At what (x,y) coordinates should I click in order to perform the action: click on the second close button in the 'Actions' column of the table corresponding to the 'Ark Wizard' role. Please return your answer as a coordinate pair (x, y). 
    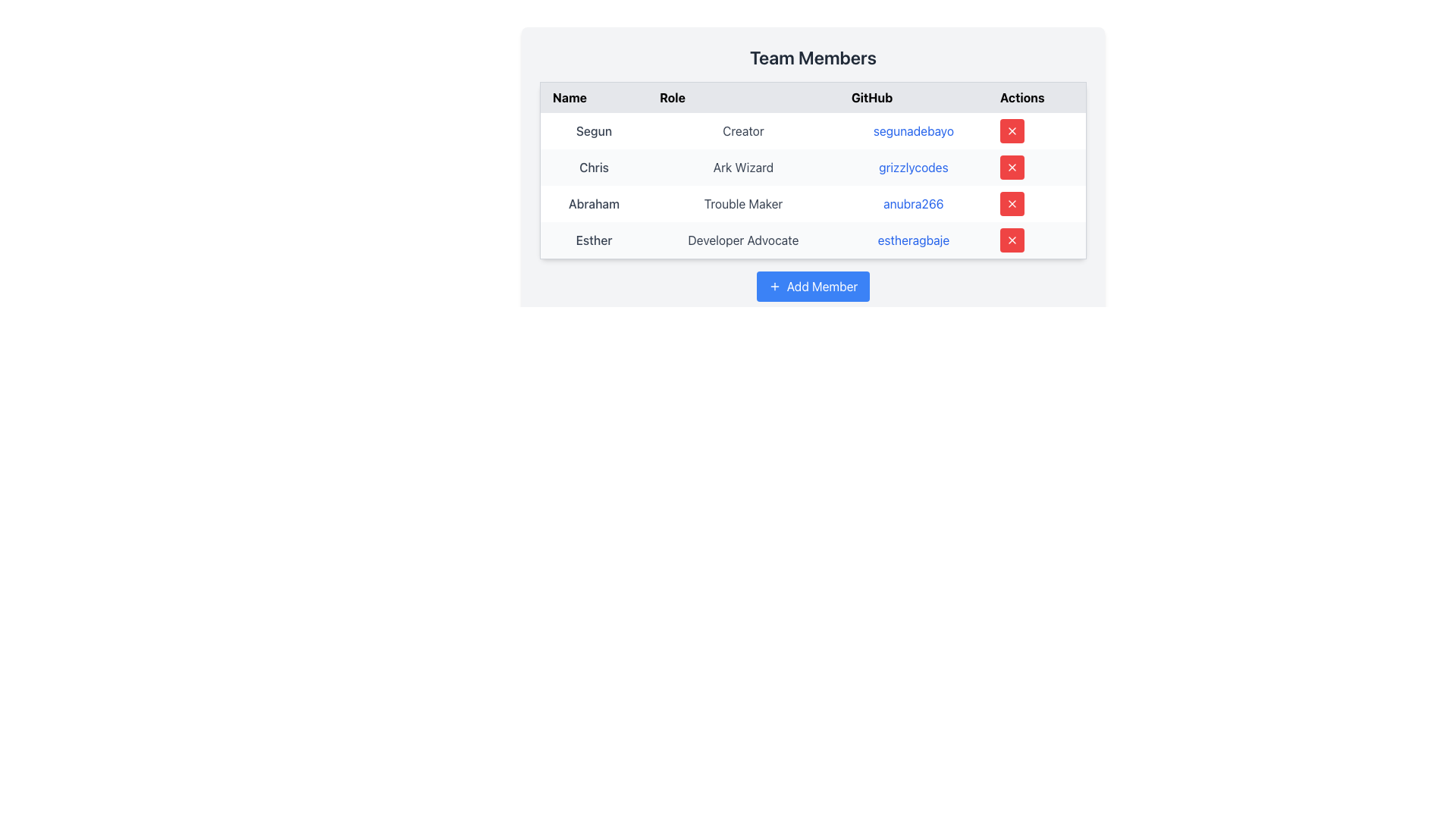
    Looking at the image, I should click on (1012, 130).